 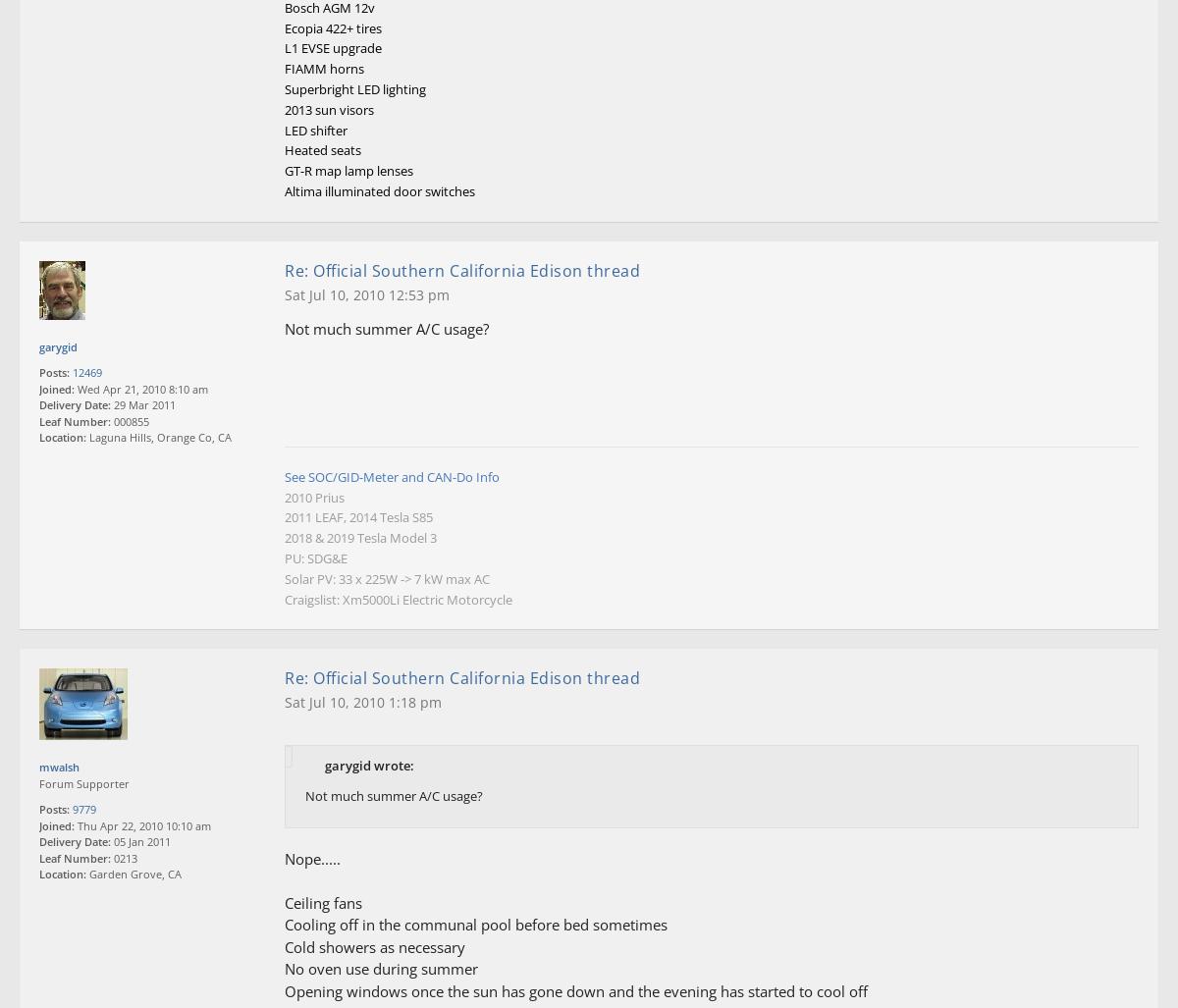 I want to click on 'garygid wrote:', so click(x=369, y=765).